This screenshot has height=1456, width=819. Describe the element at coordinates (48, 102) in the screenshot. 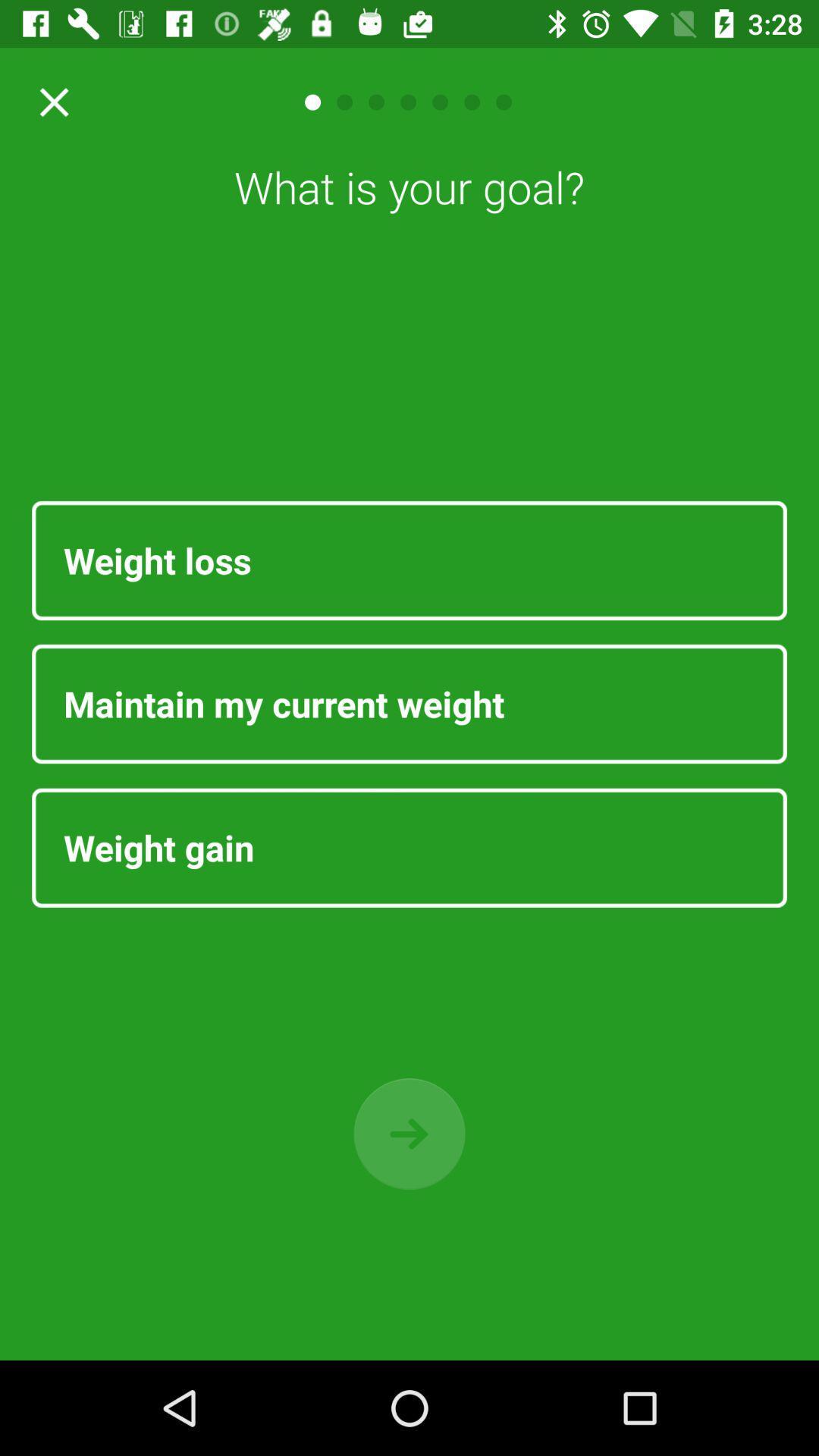

I see `exit button` at that location.